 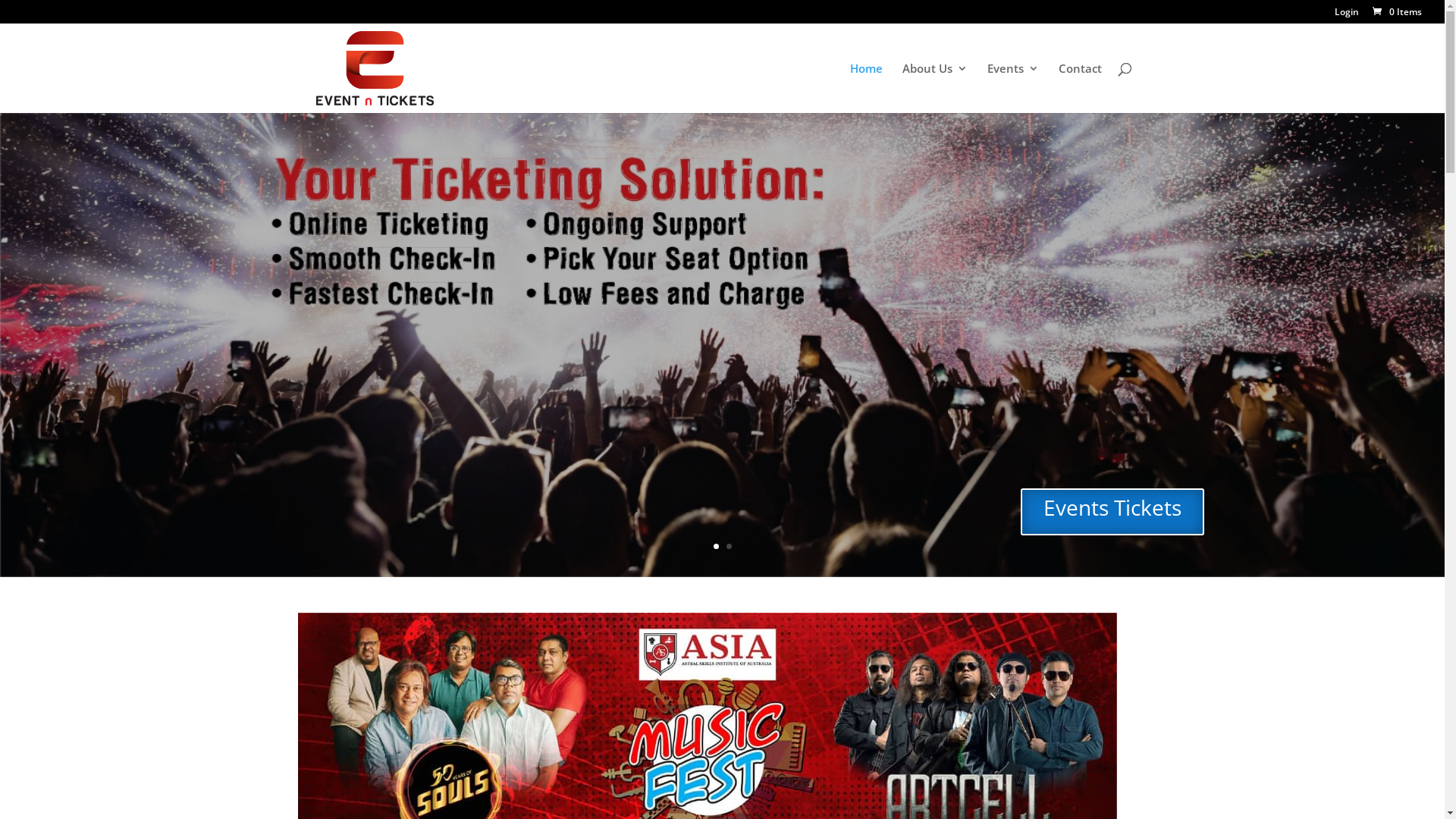 I want to click on 'Events Tickets', so click(x=1112, y=512).